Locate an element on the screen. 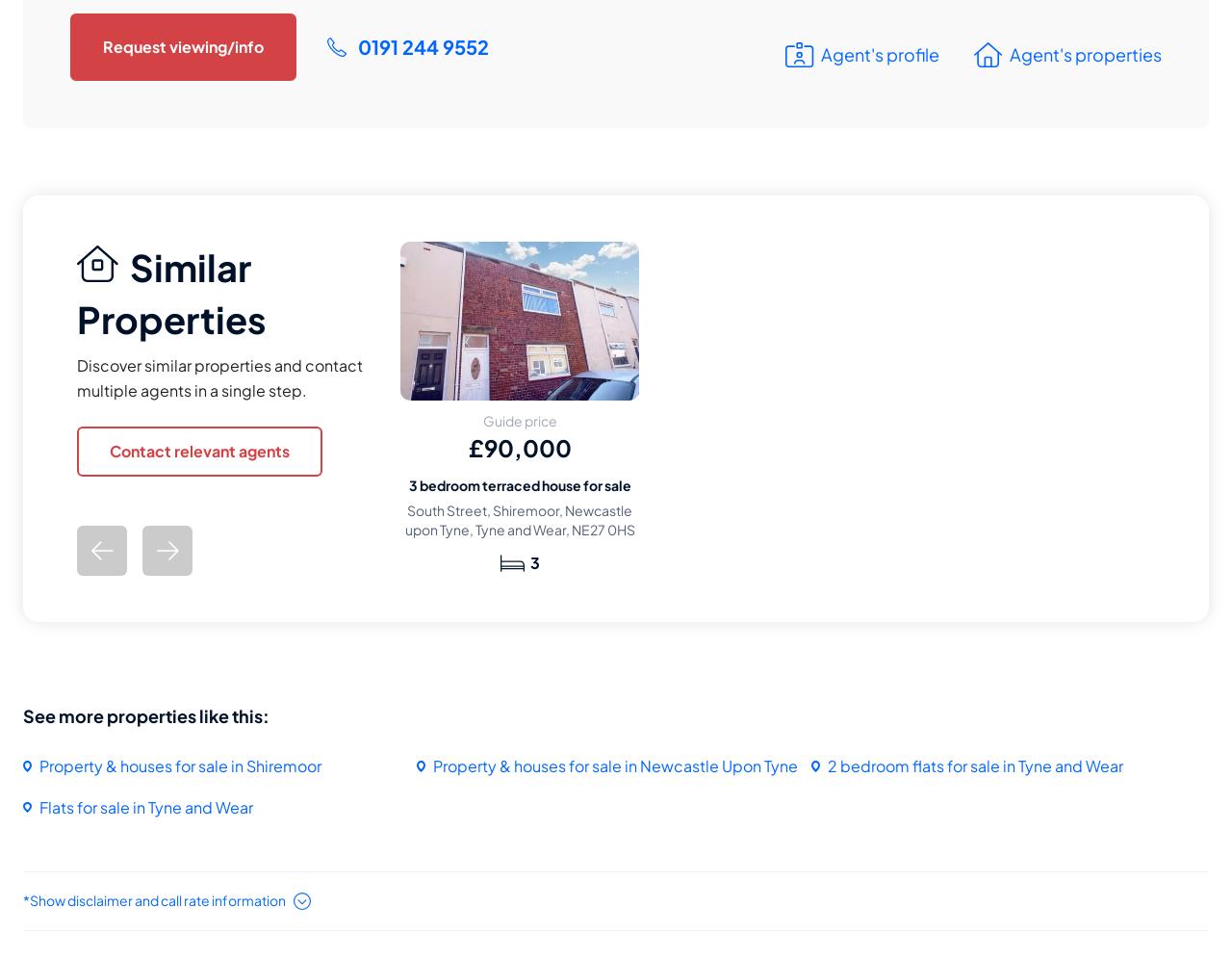  'Request viewing/info' is located at coordinates (183, 44).